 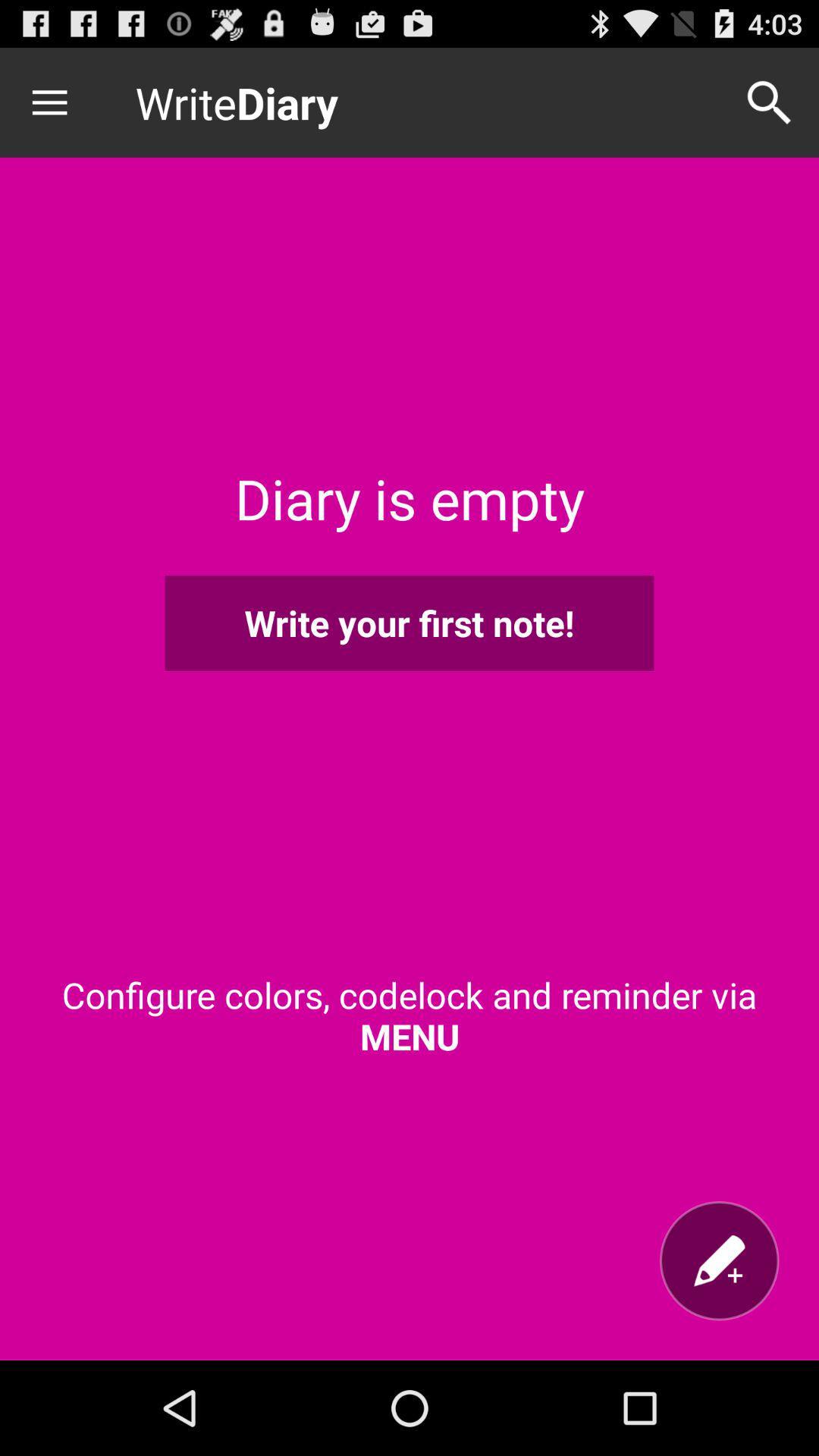 What do you see at coordinates (58, 108) in the screenshot?
I see `the menu icon` at bounding box center [58, 108].